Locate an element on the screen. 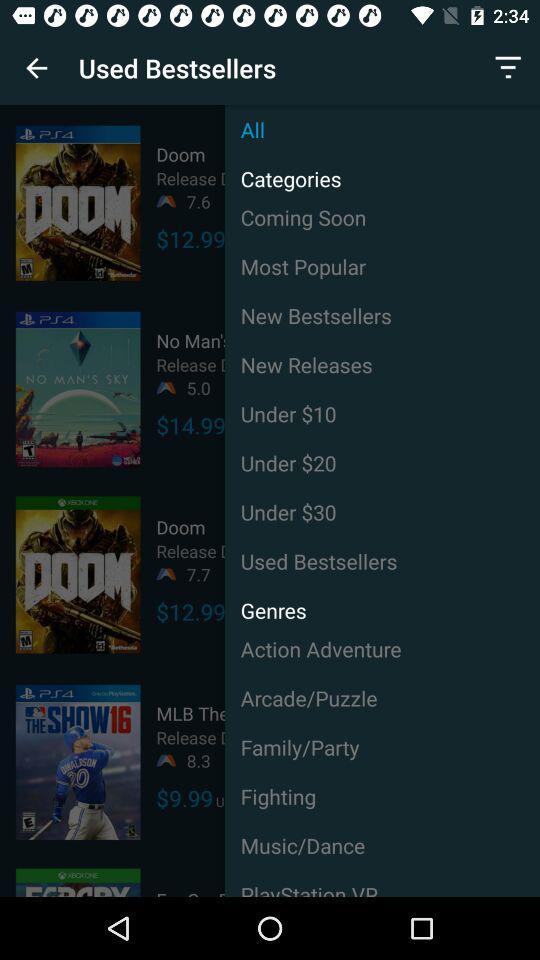  the item to the right of $14.99 is located at coordinates (382, 463).